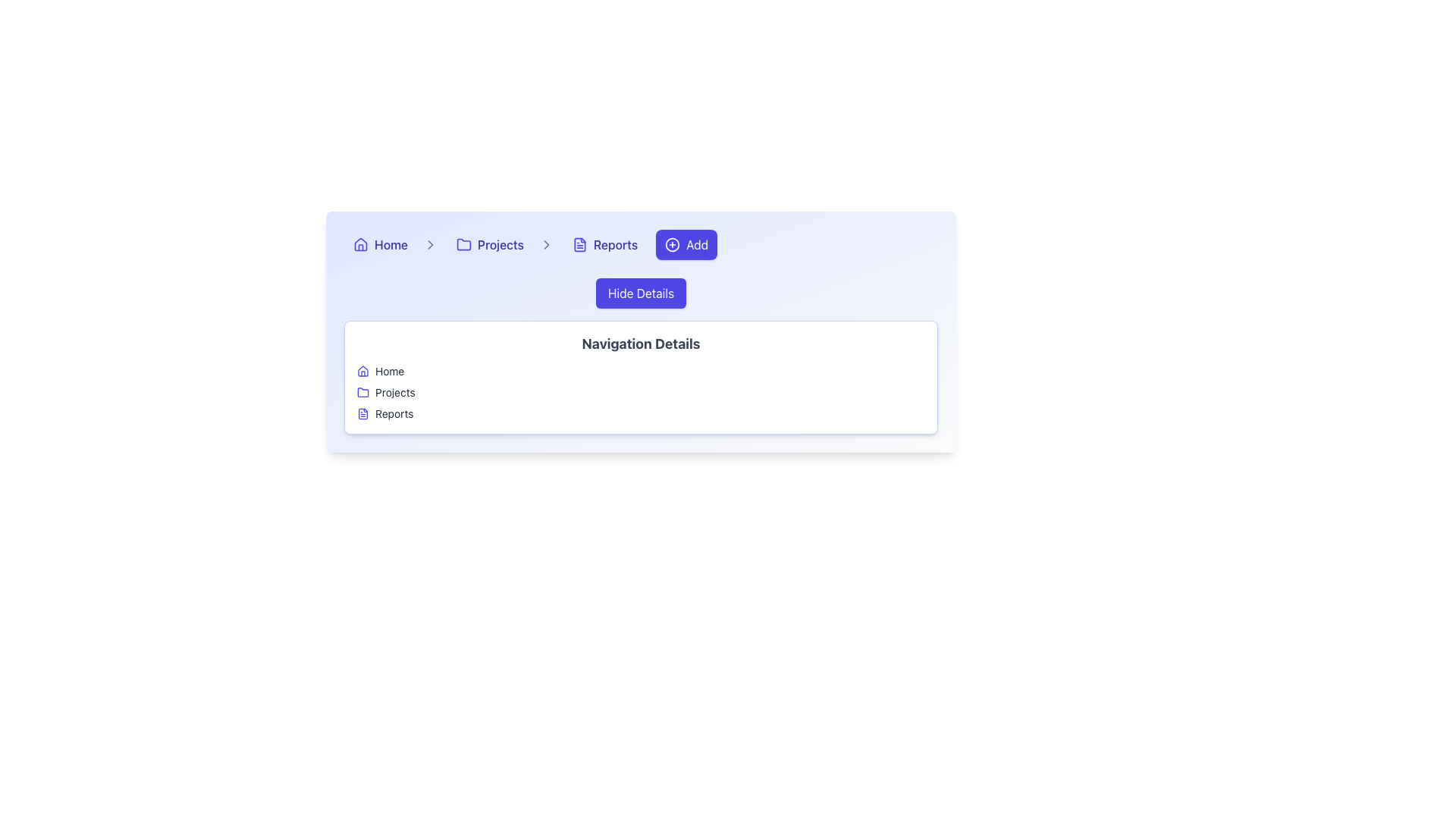 The width and height of the screenshot is (1456, 819). What do you see at coordinates (391, 244) in the screenshot?
I see `the 'Home' text label, which is the first item in the navigation bar` at bounding box center [391, 244].